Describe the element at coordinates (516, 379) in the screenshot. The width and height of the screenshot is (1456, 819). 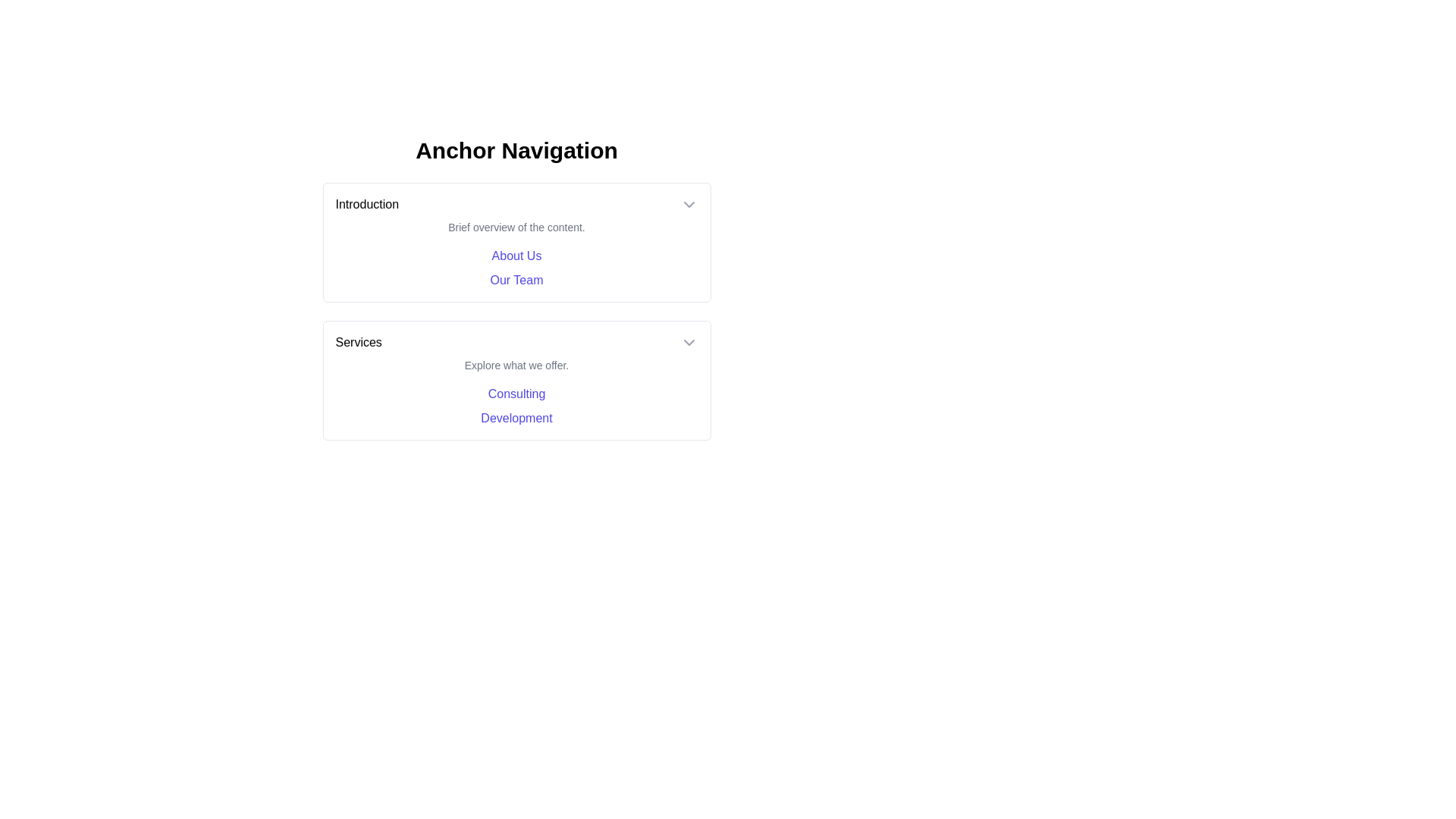
I see `the links 'Consulting' and 'Development' in the second collapsible section under 'Anchor Navigation'` at that location.